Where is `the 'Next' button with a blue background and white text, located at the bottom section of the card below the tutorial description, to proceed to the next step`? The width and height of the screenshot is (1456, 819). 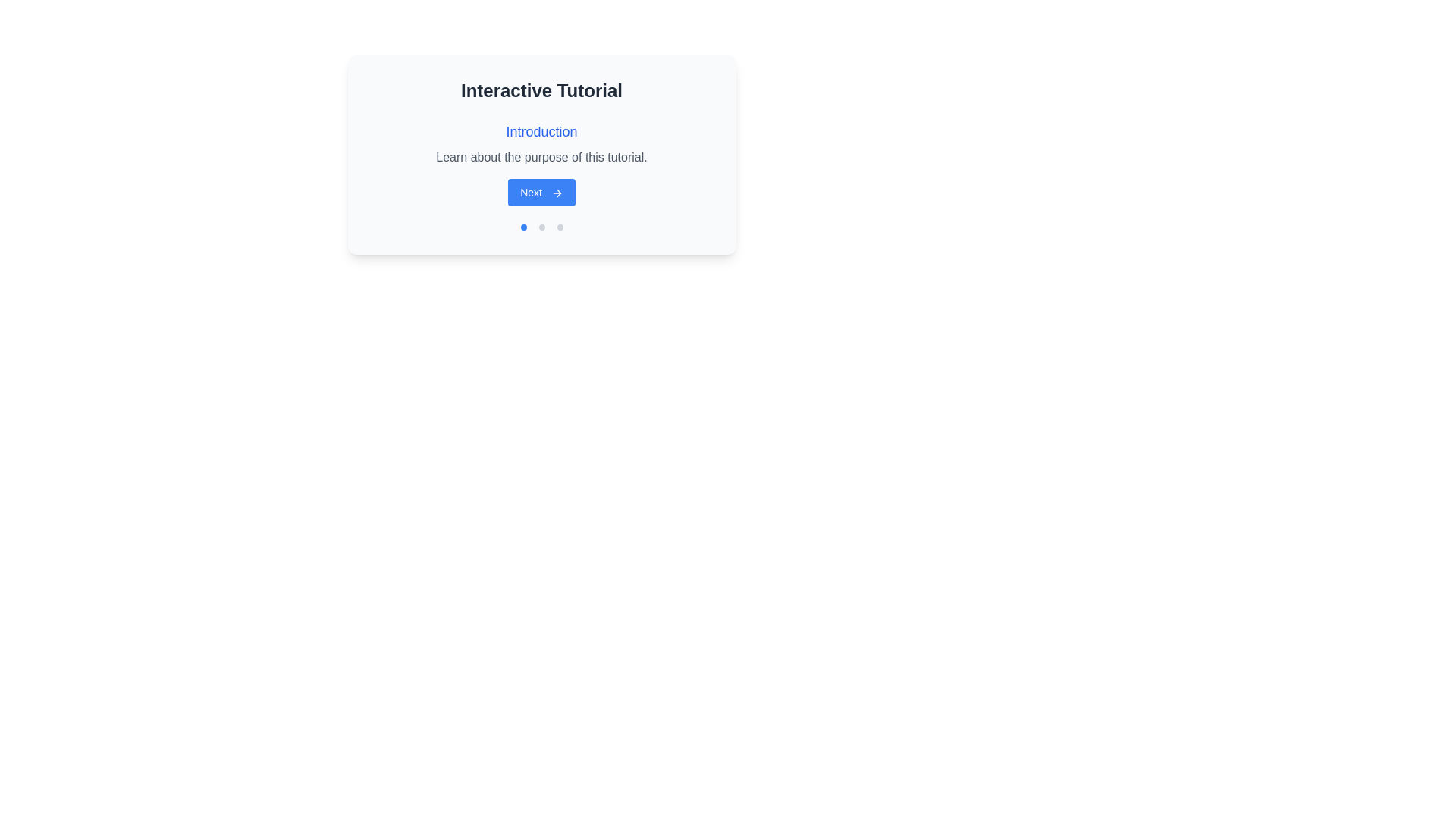
the 'Next' button with a blue background and white text, located at the bottom section of the card below the tutorial description, to proceed to the next step is located at coordinates (541, 192).